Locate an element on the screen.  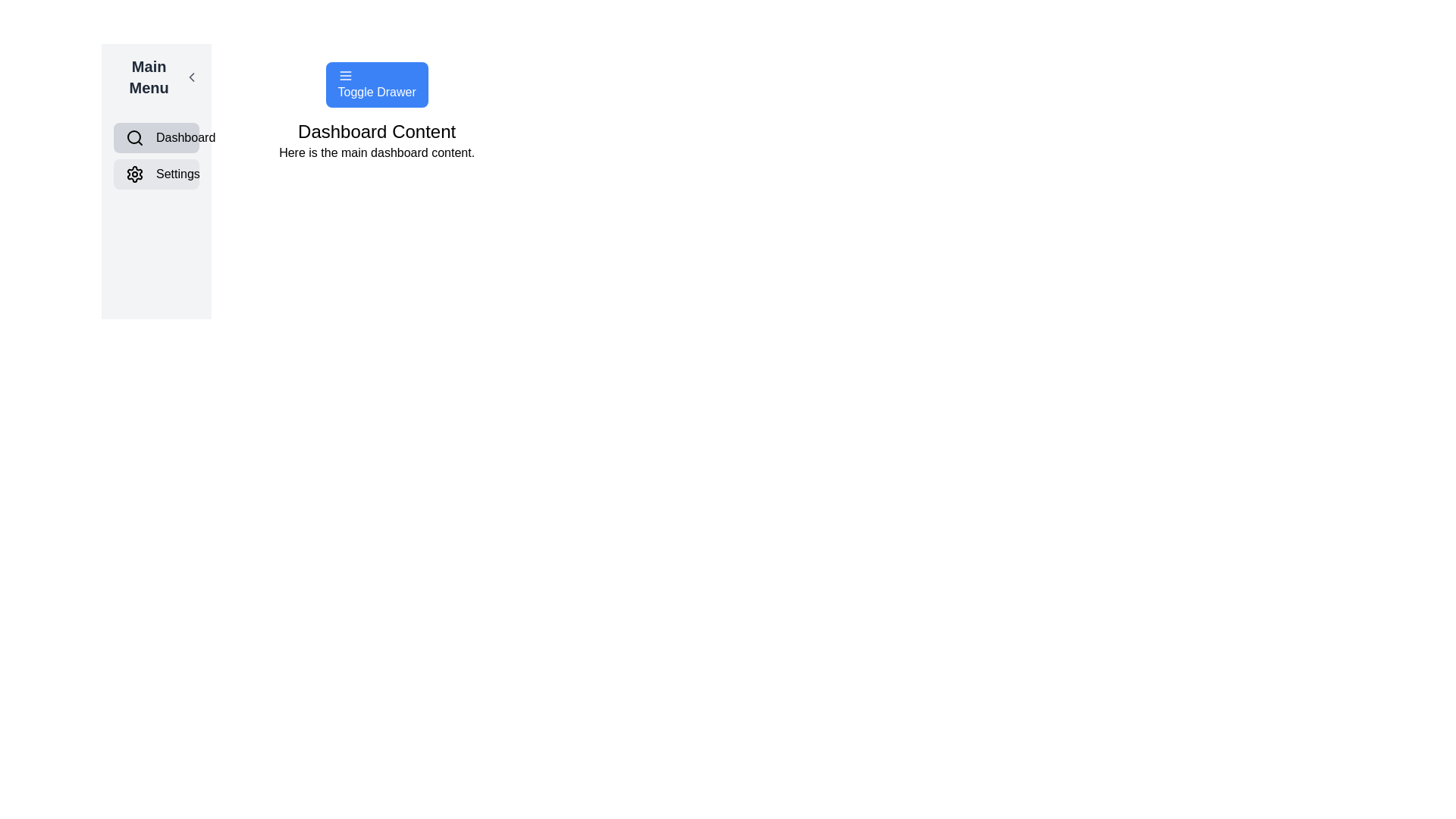
the magnifying glass icon within the 'Dashboard' menu button in the sidebar is located at coordinates (134, 137).